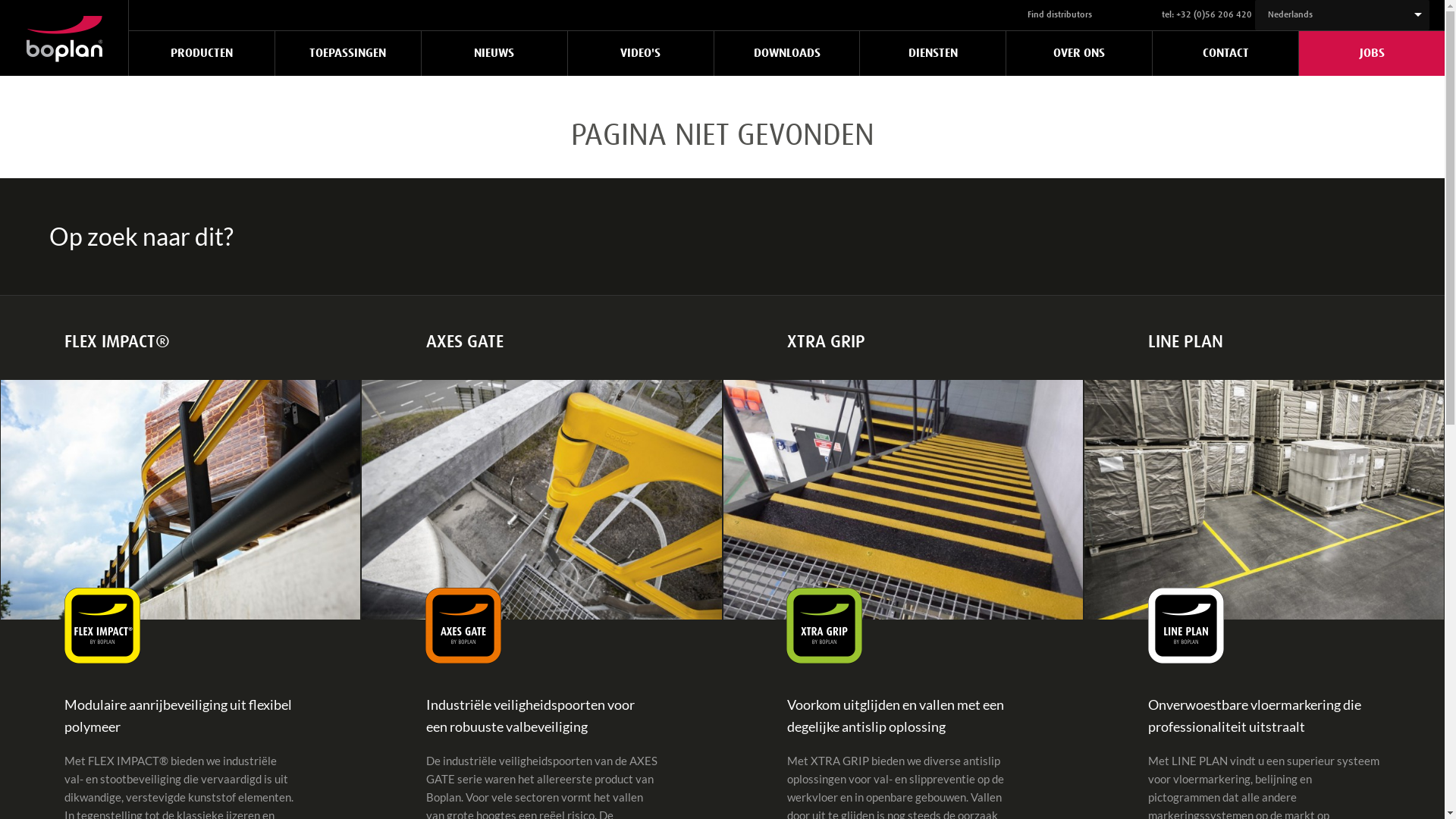 The height and width of the screenshot is (819, 1456). Describe the element at coordinates (1206, 14) in the screenshot. I see `'tel: +32 (0)56 206 420'` at that location.